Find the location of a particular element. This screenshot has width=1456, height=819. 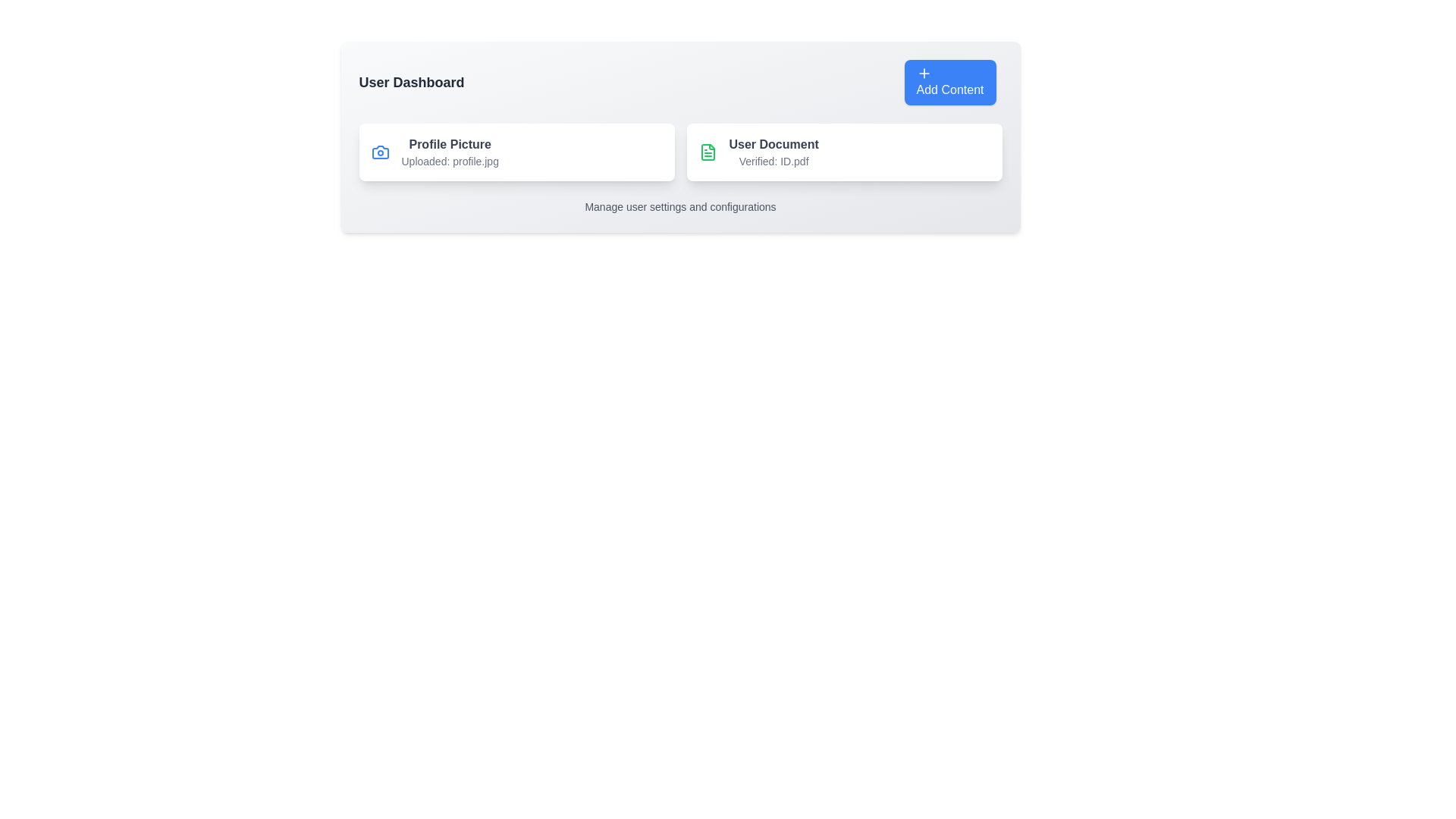

the Information Display Panel that shows the user's profile picture status, located in the User Dashboard to the left of the User Document card is located at coordinates (449, 152).